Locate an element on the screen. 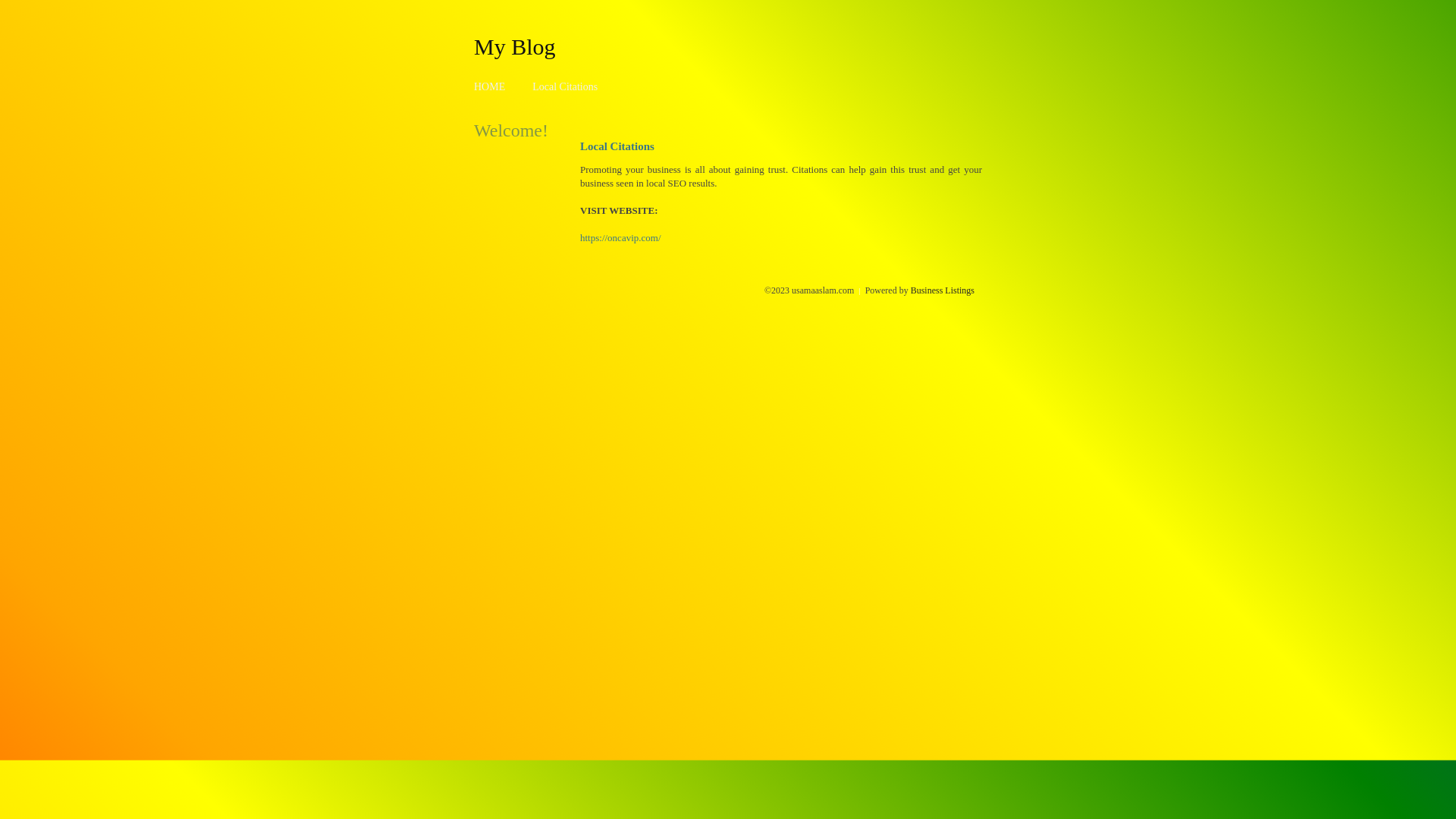 The height and width of the screenshot is (819, 1456). 'HOME' is located at coordinates (489, 86).